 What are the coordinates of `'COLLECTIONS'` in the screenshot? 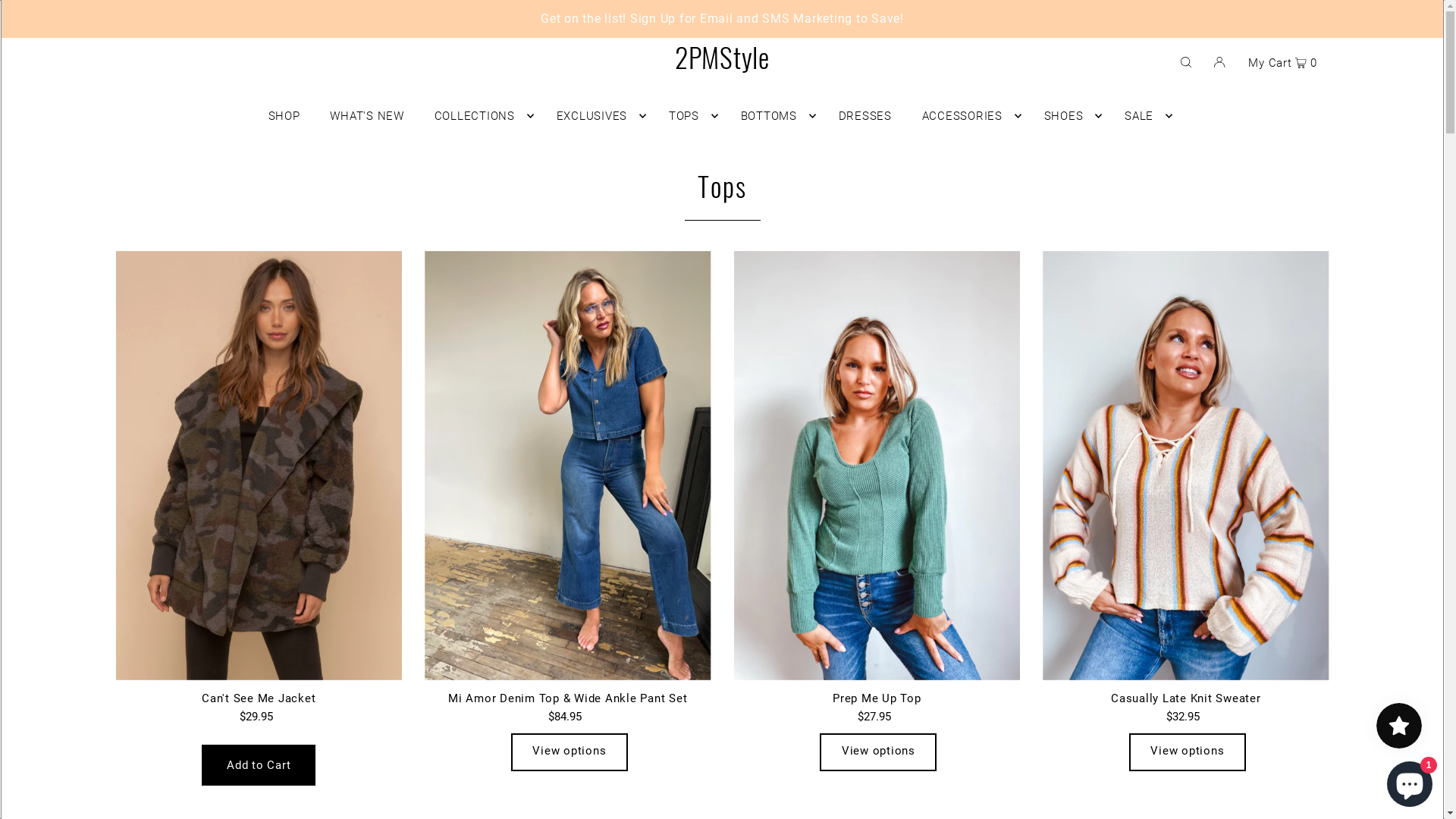 It's located at (425, 115).